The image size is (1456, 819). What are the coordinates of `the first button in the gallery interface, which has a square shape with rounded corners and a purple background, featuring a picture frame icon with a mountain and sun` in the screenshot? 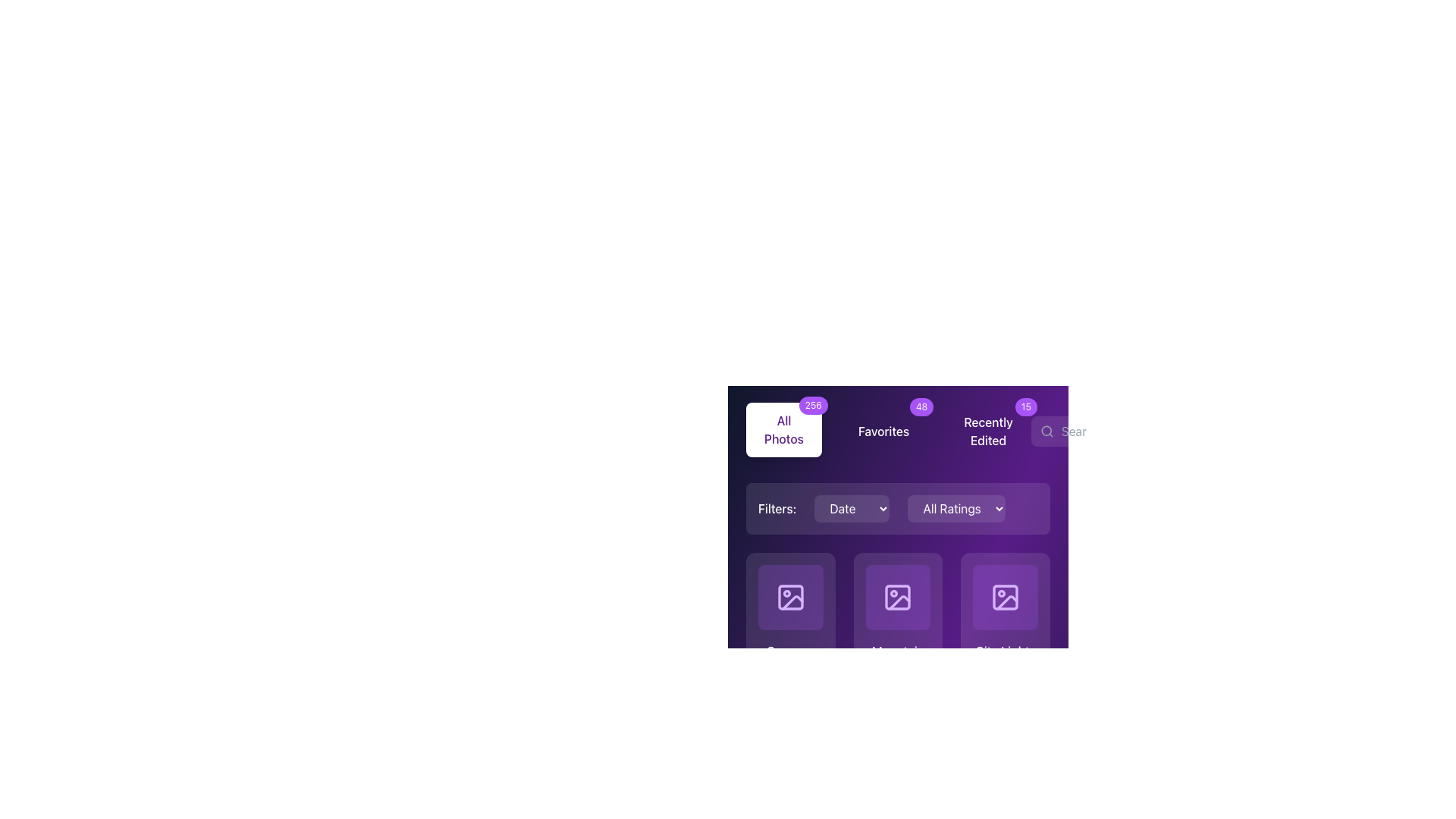 It's located at (789, 596).